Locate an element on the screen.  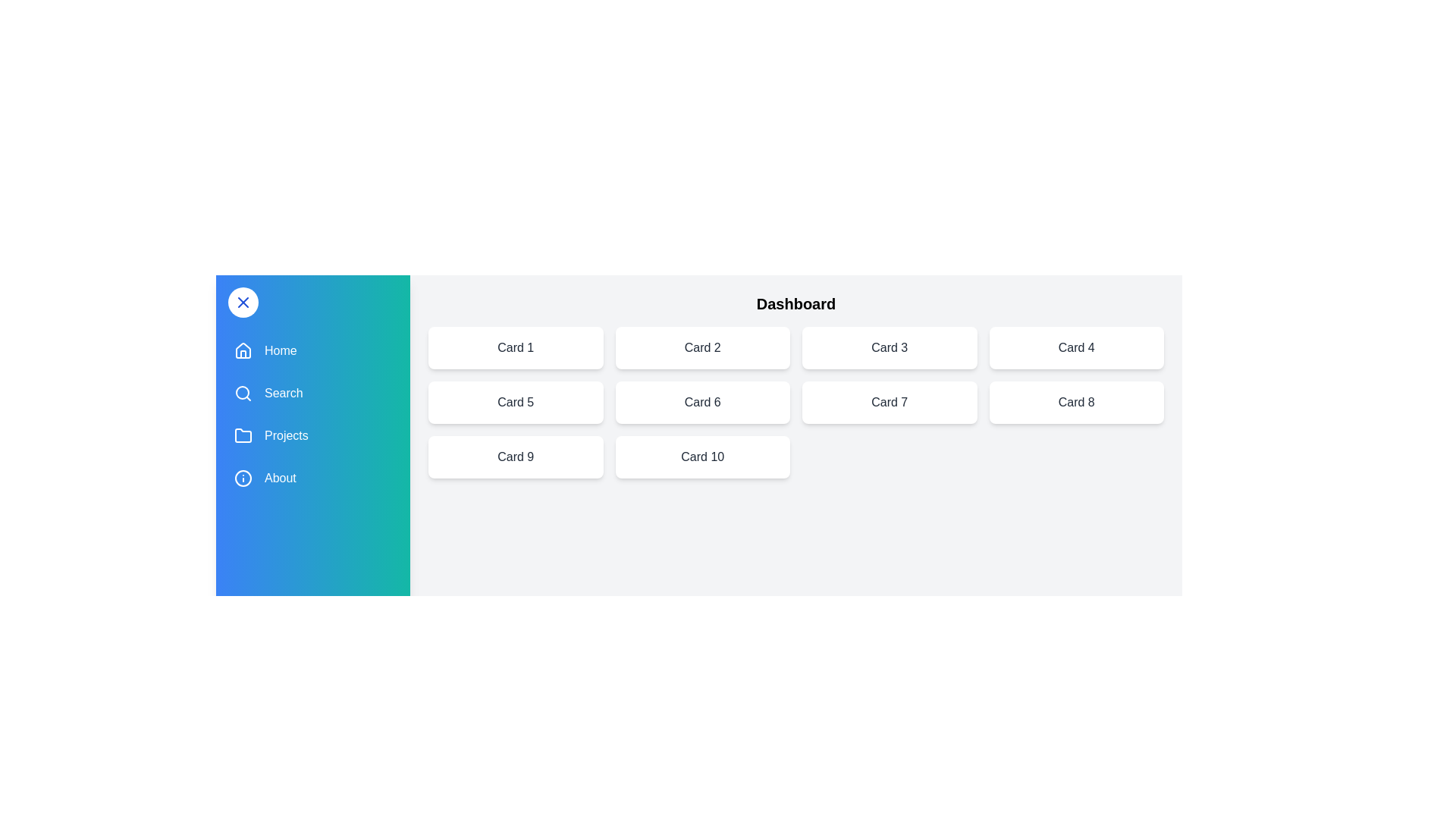
the menu item Projects to navigate or trigger its respective action is located at coordinates (312, 435).